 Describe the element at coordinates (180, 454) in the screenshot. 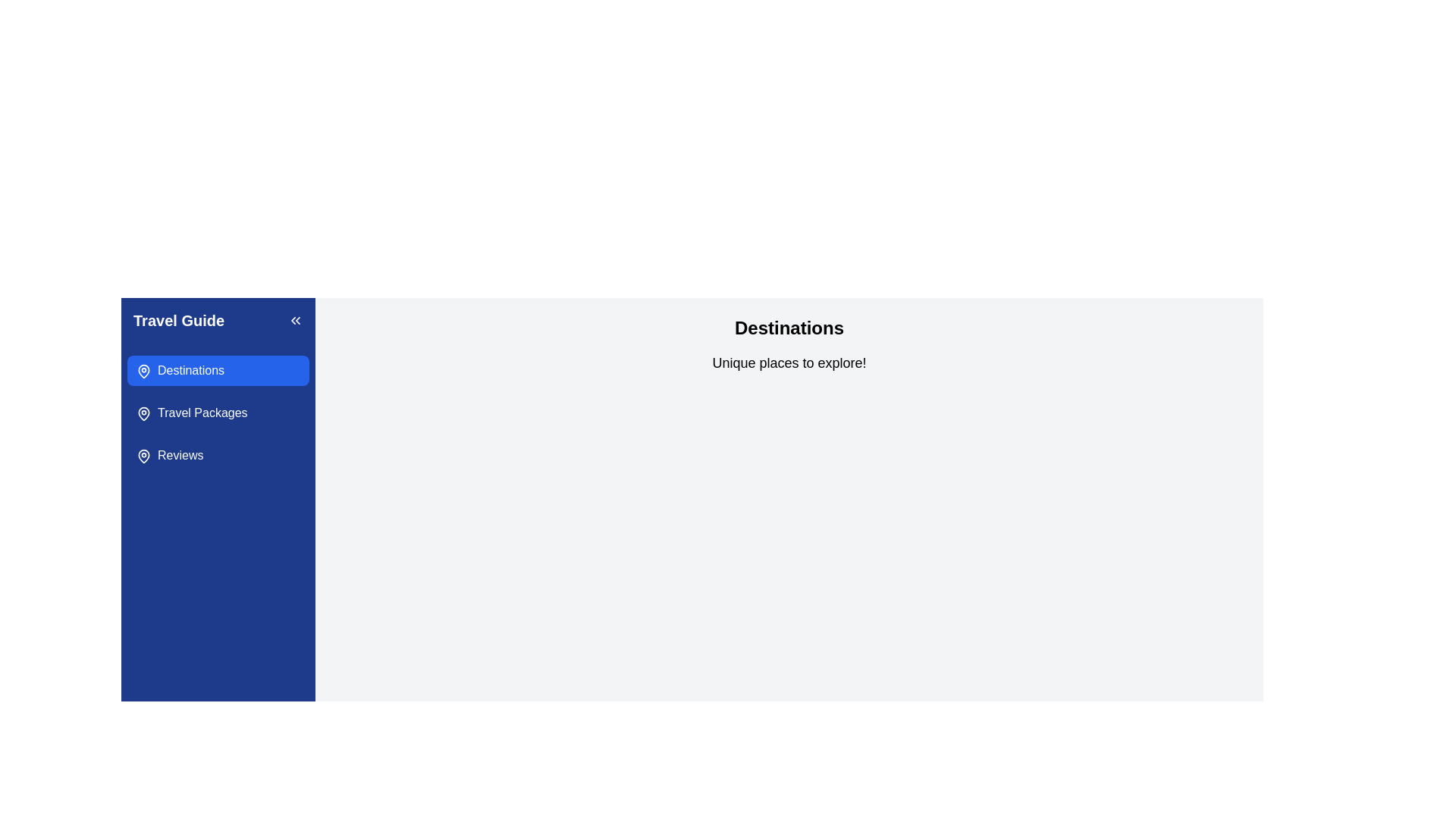

I see `text label 'Reviews' located in the sidebar navigation menu under 'Travel Guide', styled with white text on a blue background and adjacent to a pin icon` at that location.